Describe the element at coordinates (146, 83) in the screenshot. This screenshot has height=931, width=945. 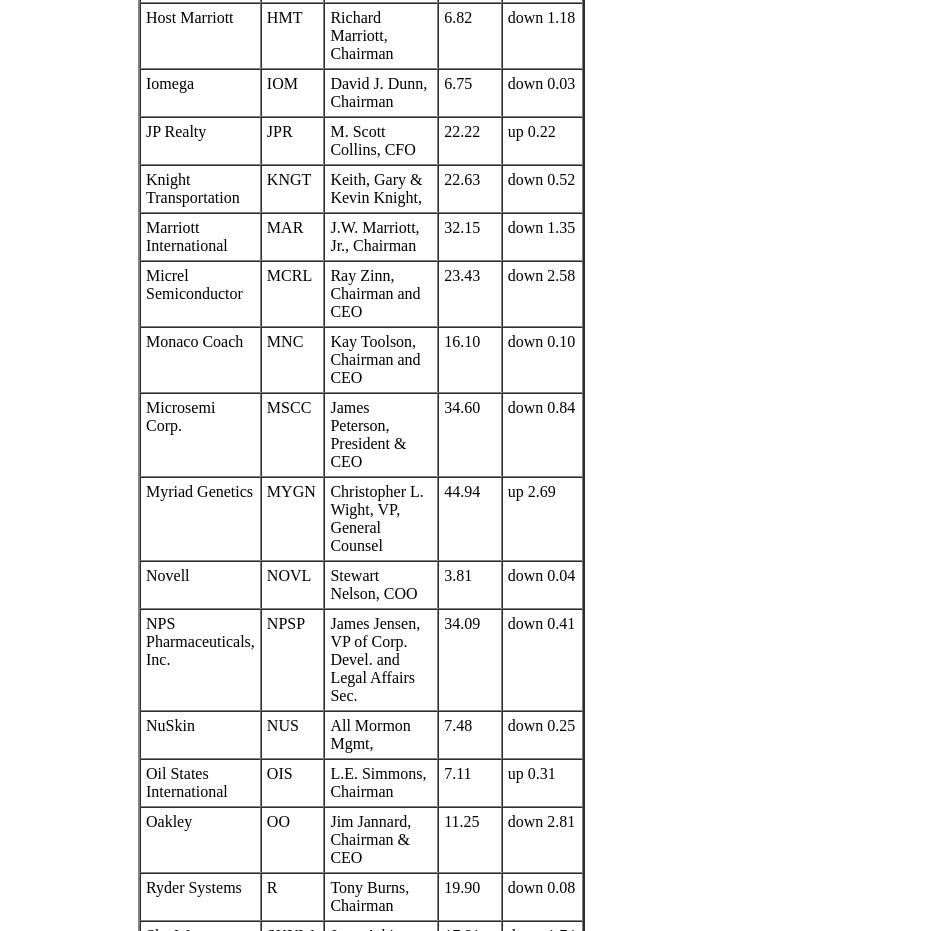
I see `'Iomega'` at that location.